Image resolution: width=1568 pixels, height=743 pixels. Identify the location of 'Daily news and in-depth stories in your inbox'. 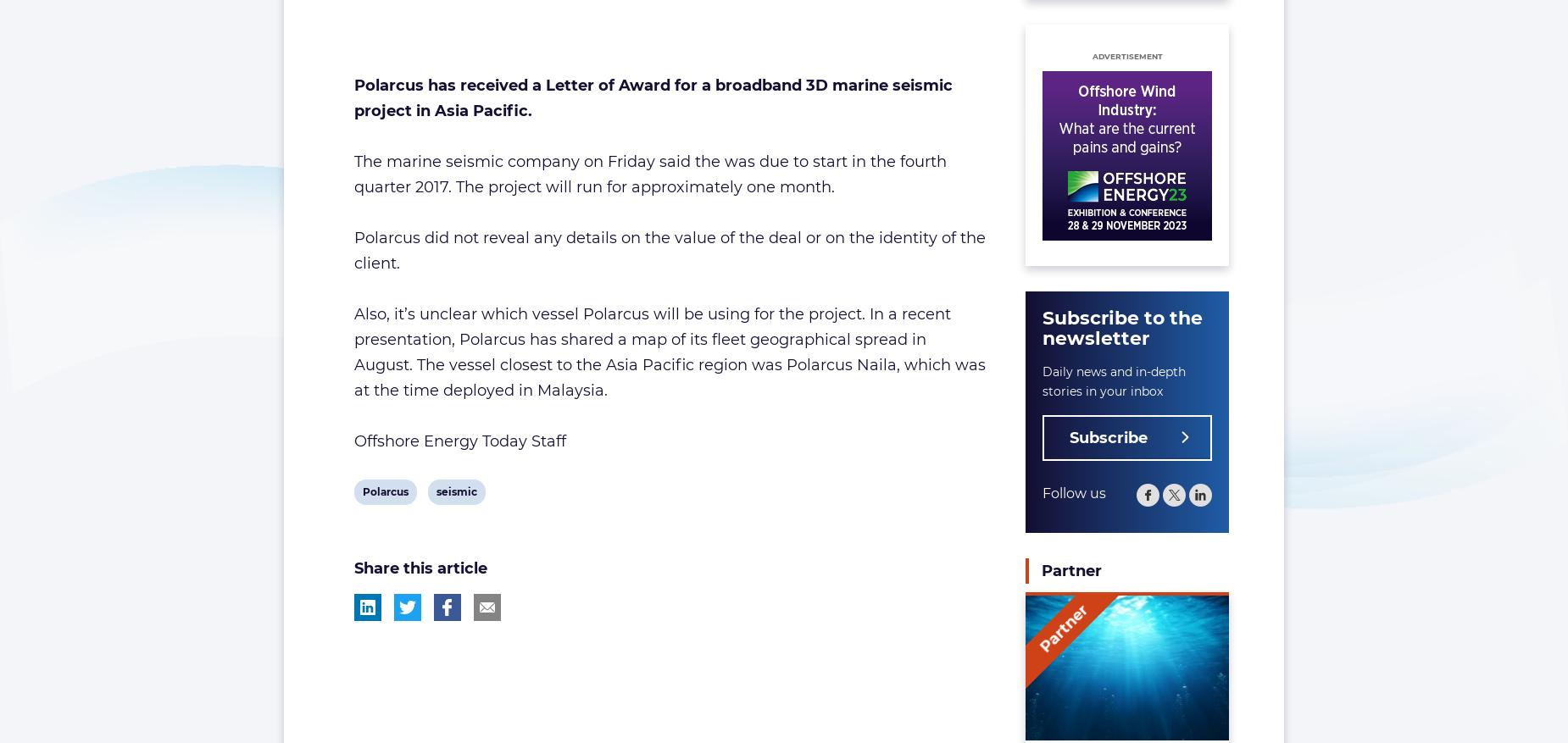
(1113, 381).